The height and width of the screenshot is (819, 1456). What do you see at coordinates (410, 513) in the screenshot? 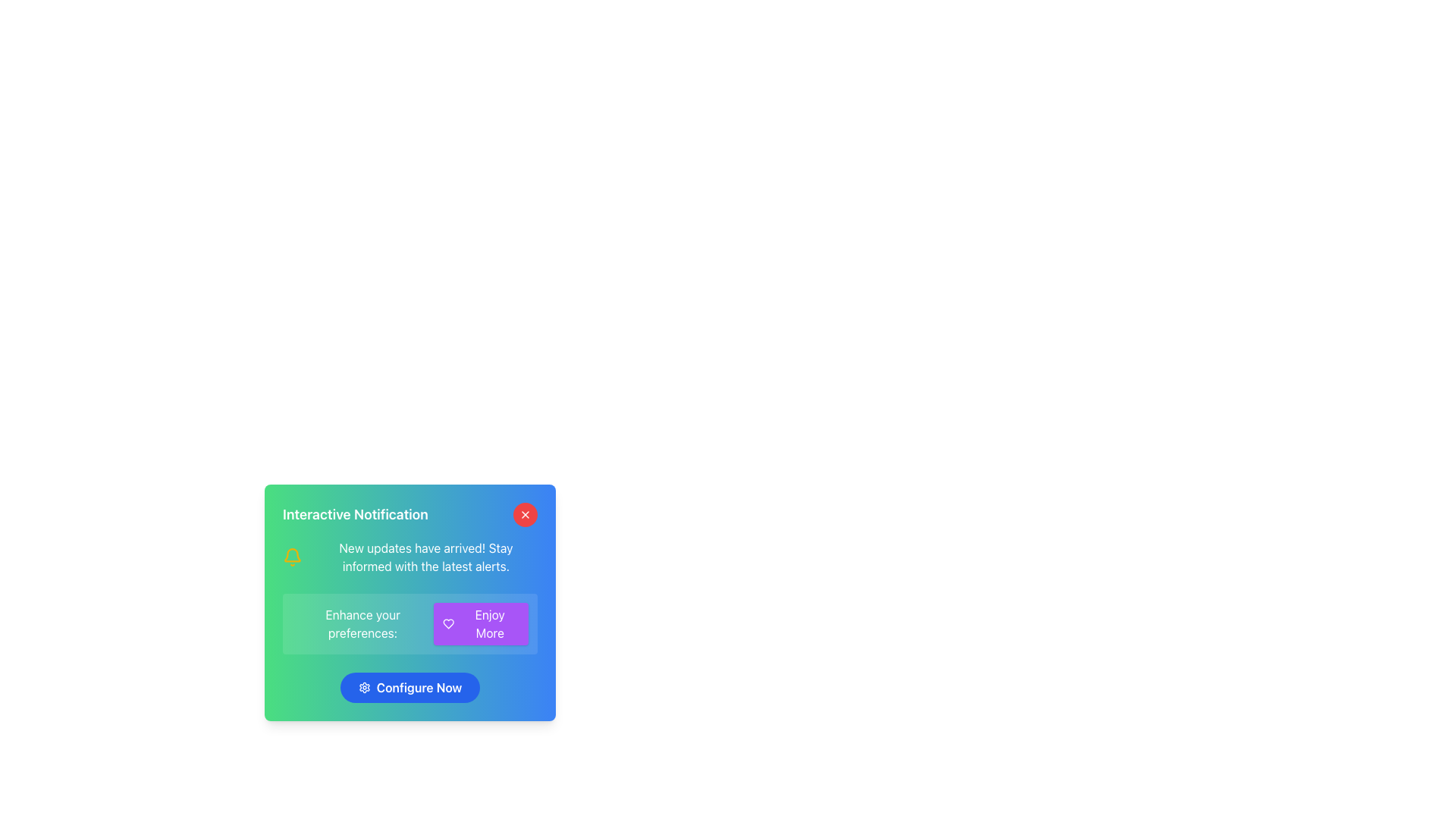
I see `the non-interactive text label displaying 'Interactive Notification' in bold font, located on the left side of the header section of the card-like component` at bounding box center [410, 513].